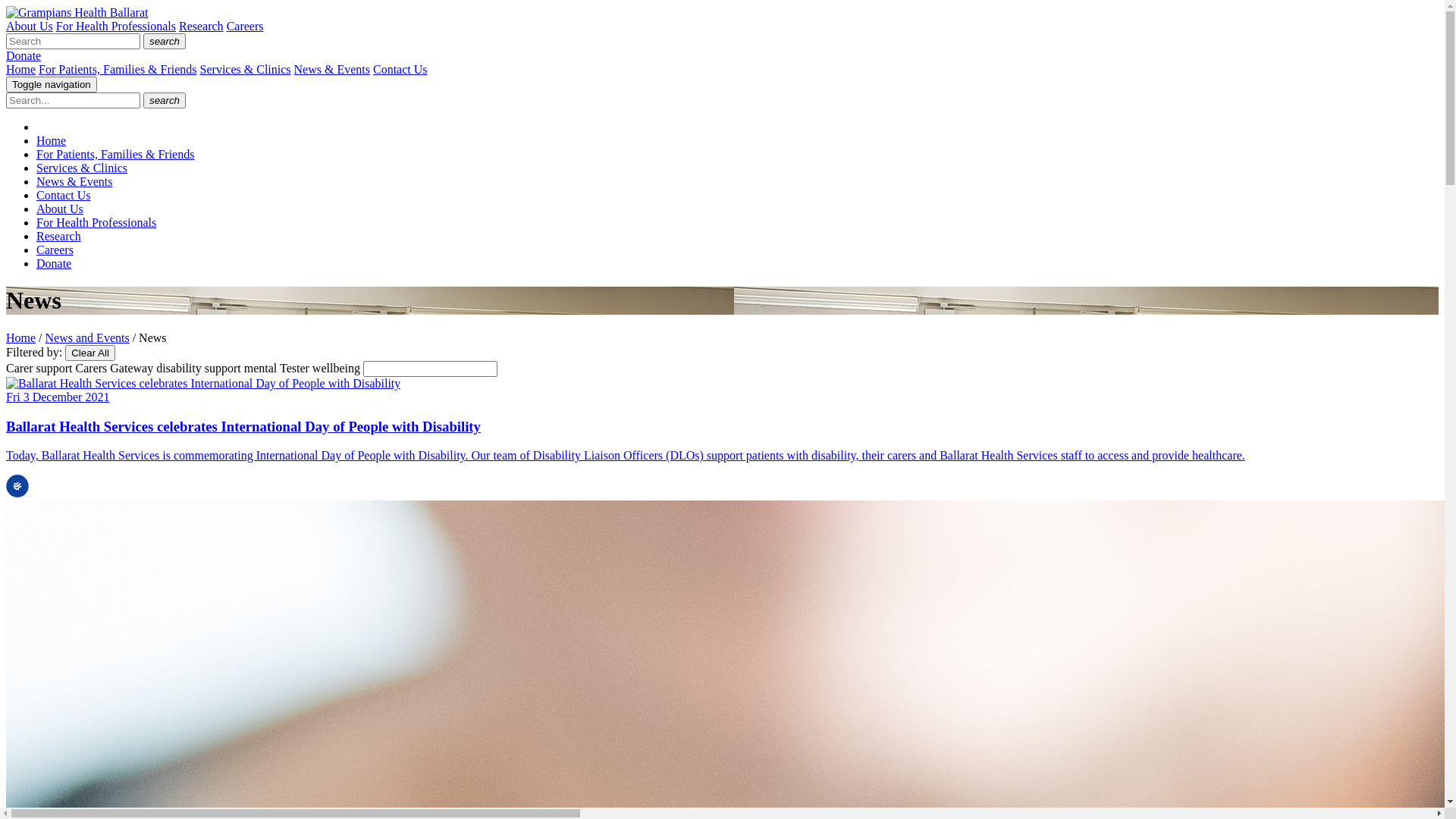 Image resolution: width=1456 pixels, height=819 pixels. What do you see at coordinates (20, 69) in the screenshot?
I see `'Home'` at bounding box center [20, 69].